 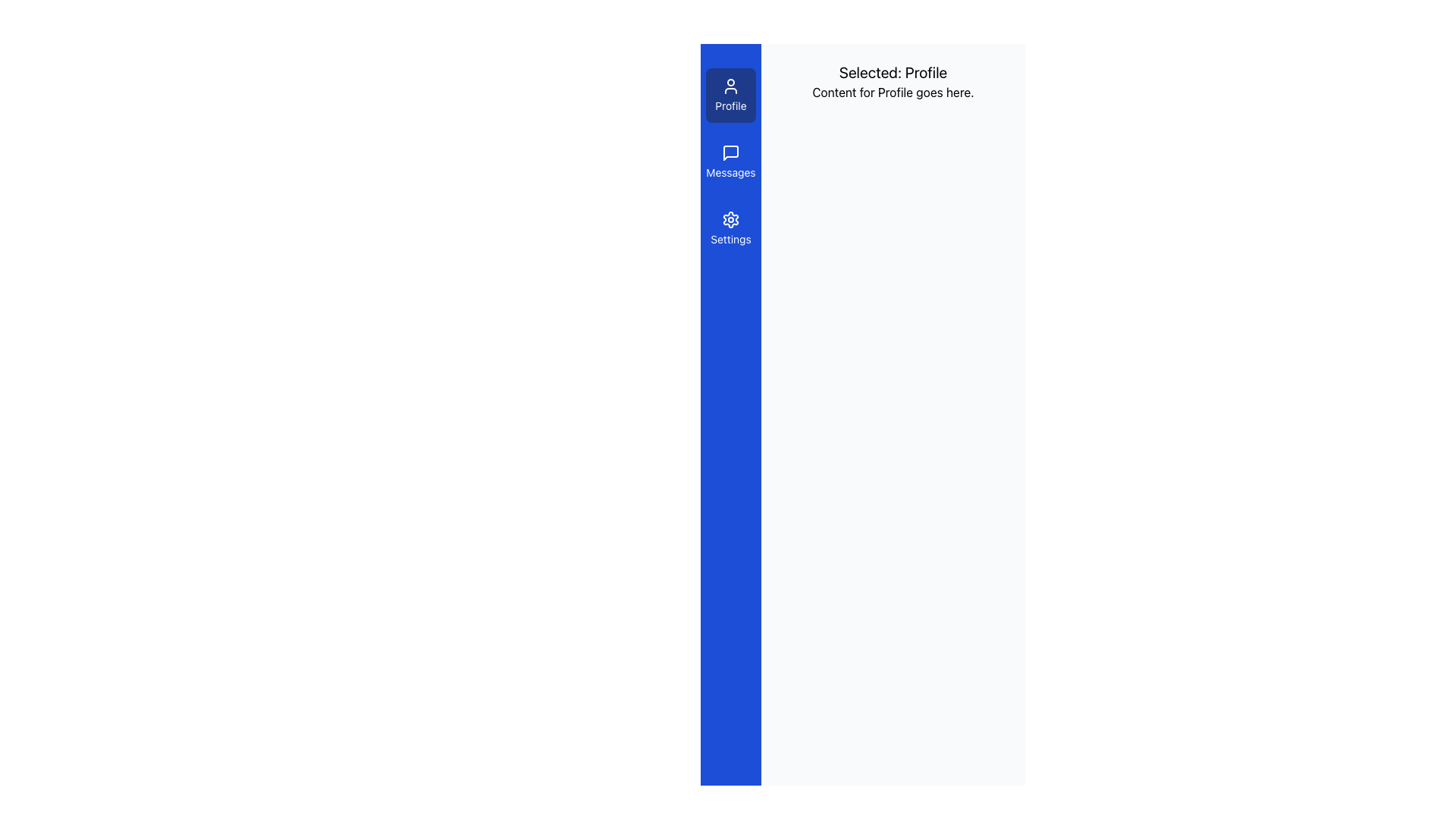 What do you see at coordinates (731, 152) in the screenshot?
I see `the speech bubble icon in the left sidebar` at bounding box center [731, 152].